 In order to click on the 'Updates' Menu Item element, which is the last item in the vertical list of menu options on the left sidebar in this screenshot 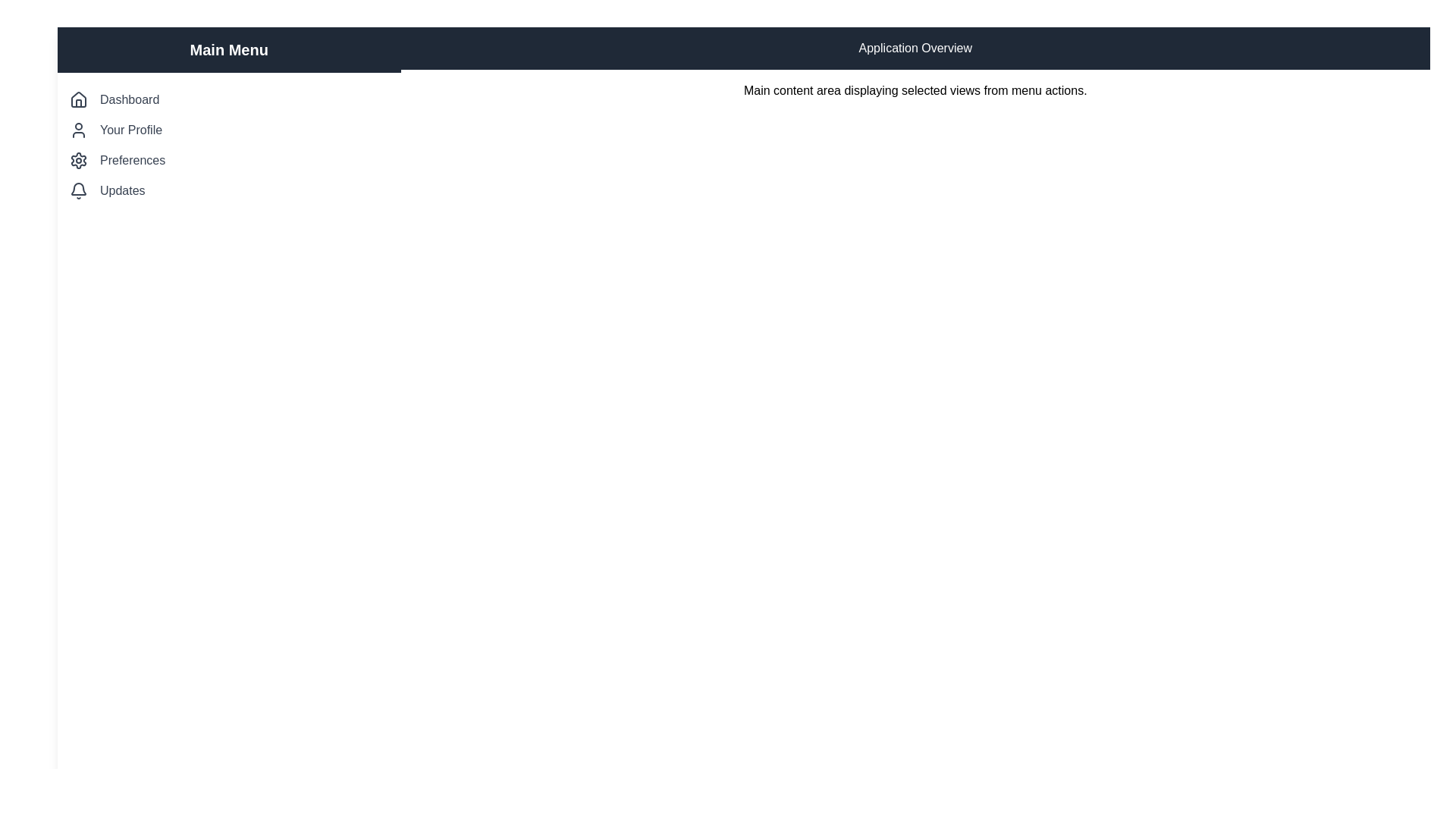, I will do `click(228, 190)`.